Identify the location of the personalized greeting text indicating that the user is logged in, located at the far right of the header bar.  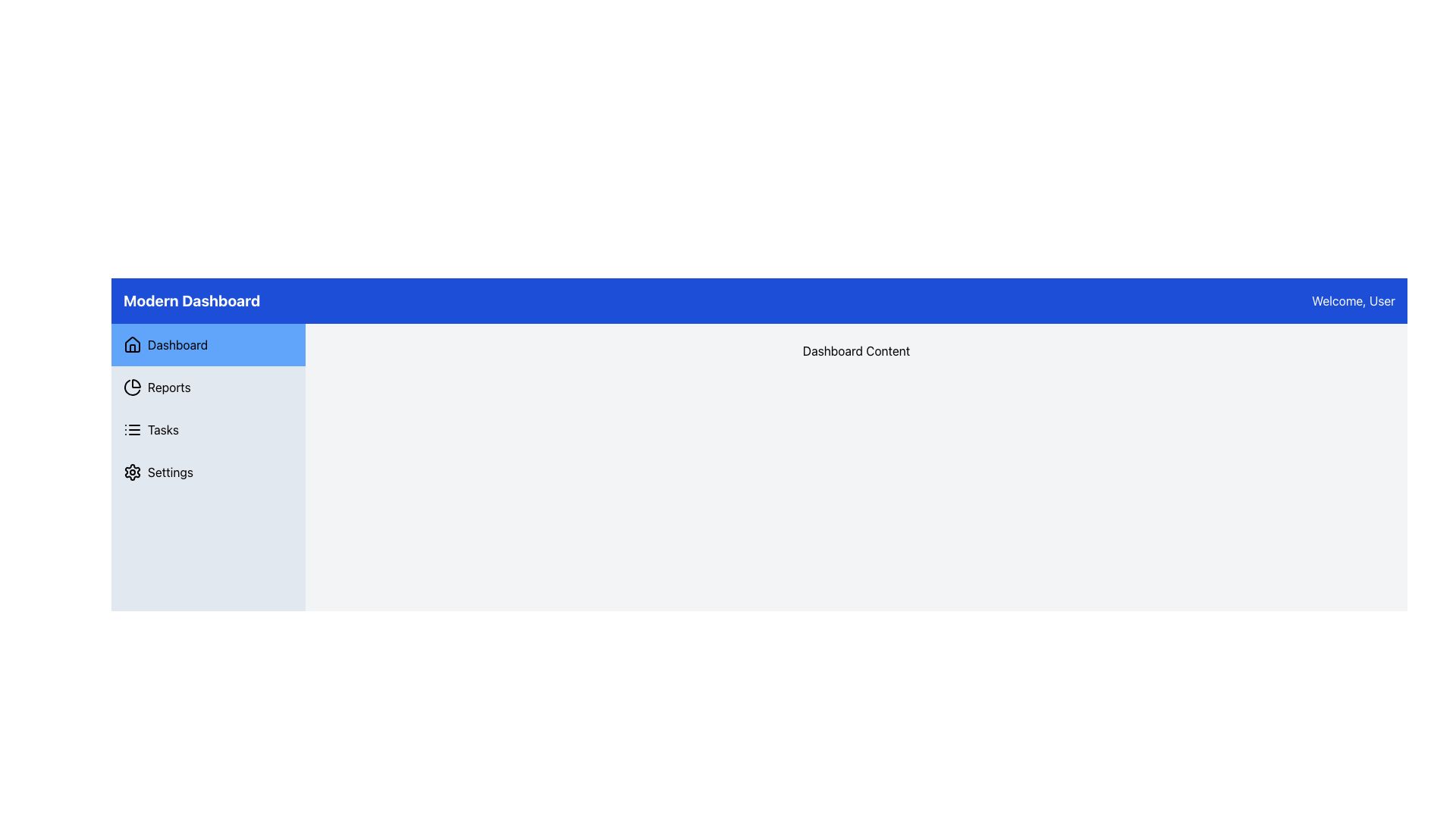
(1354, 301).